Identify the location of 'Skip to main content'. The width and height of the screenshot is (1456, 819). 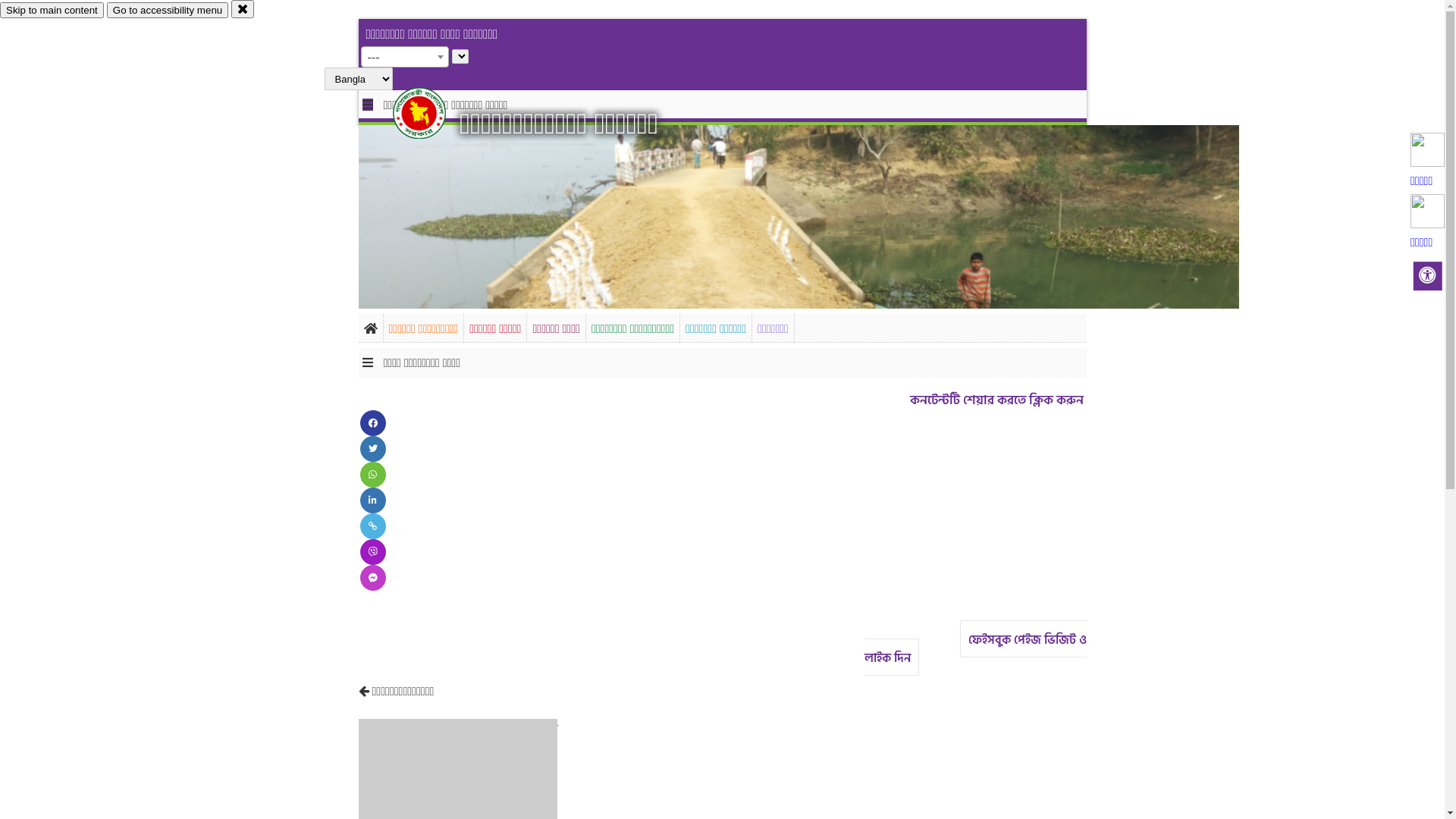
(52, 10).